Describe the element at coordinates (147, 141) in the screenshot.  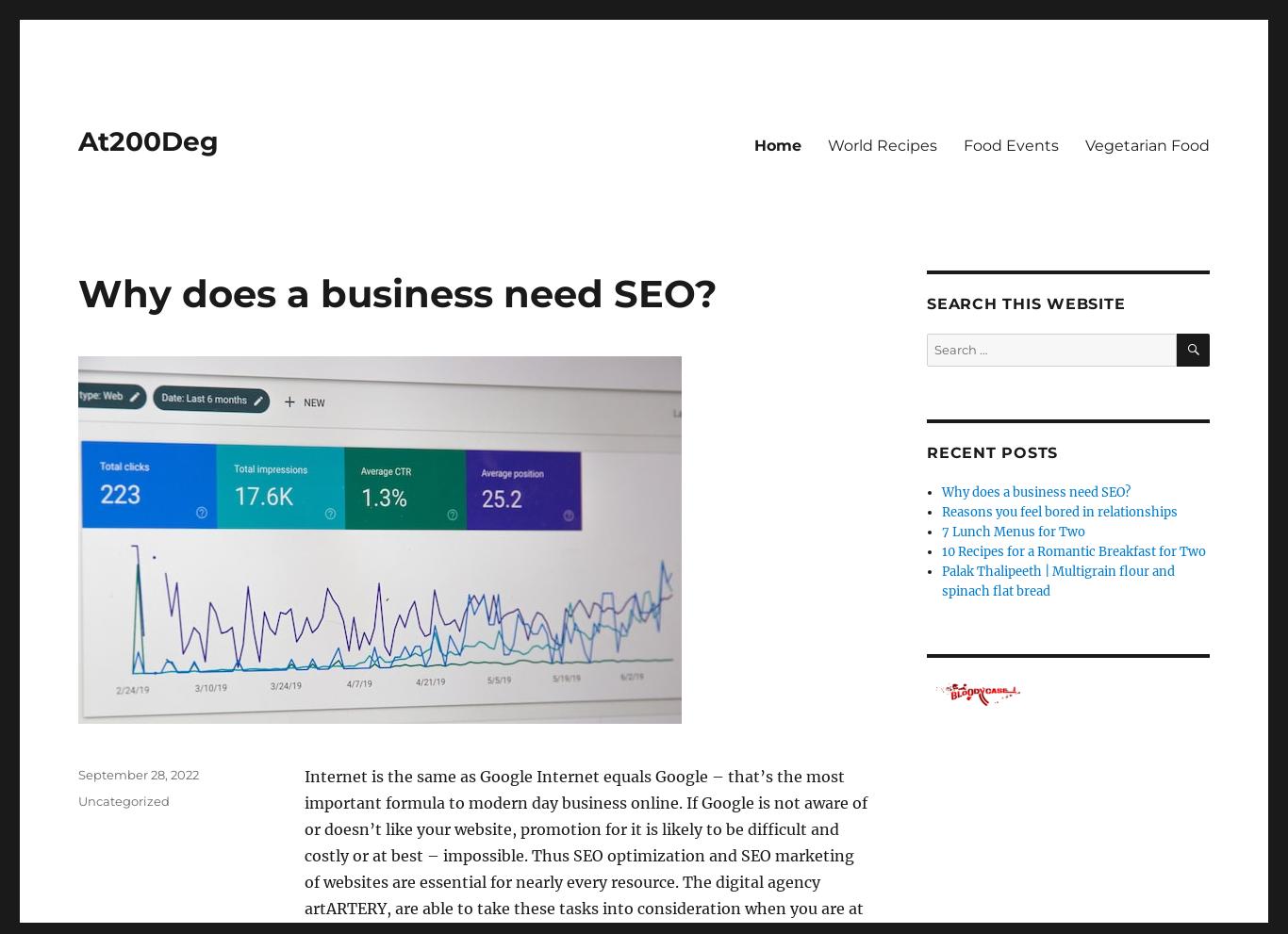
I see `'At200Deg'` at that location.